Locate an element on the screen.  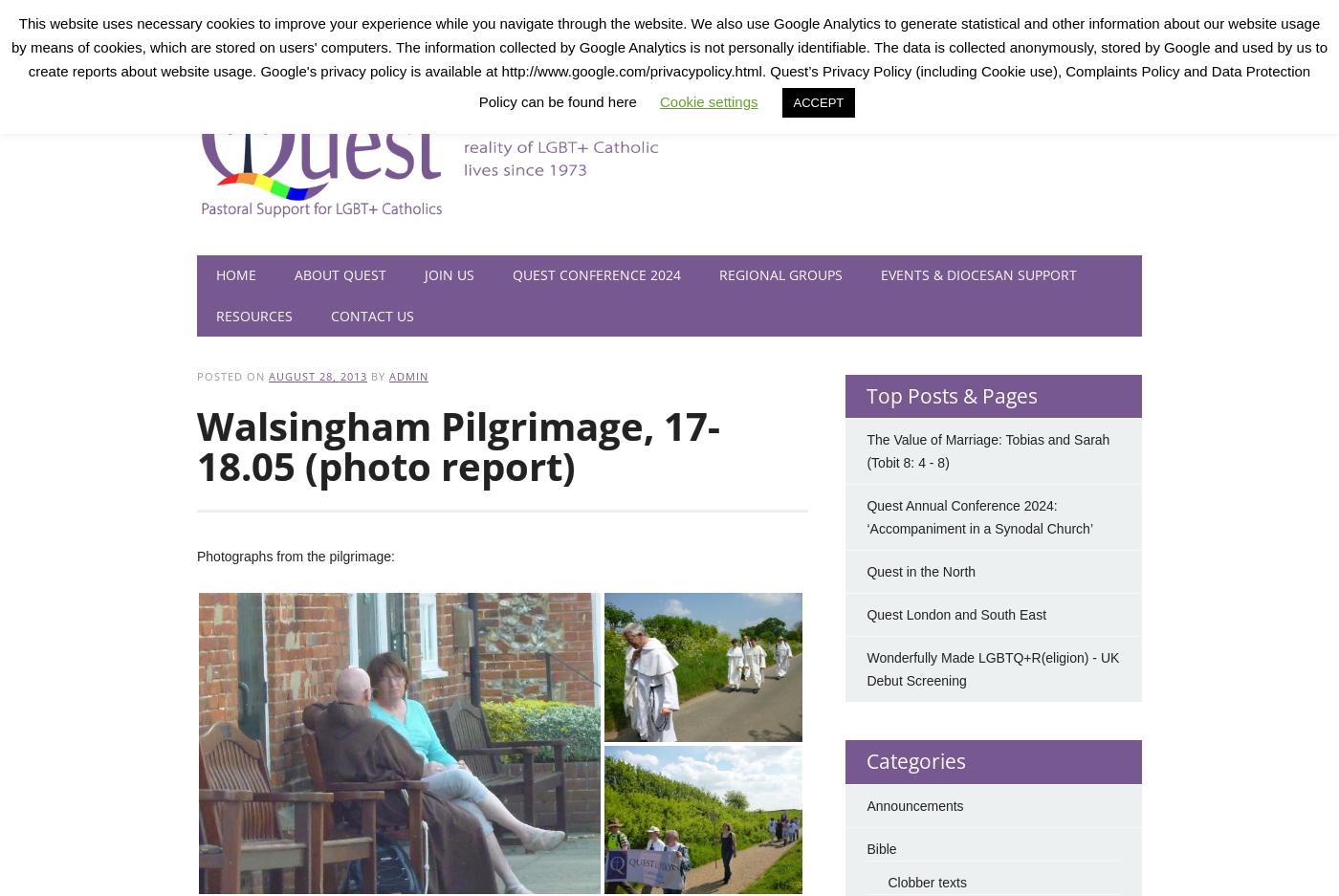
'Resources' is located at coordinates (254, 315).